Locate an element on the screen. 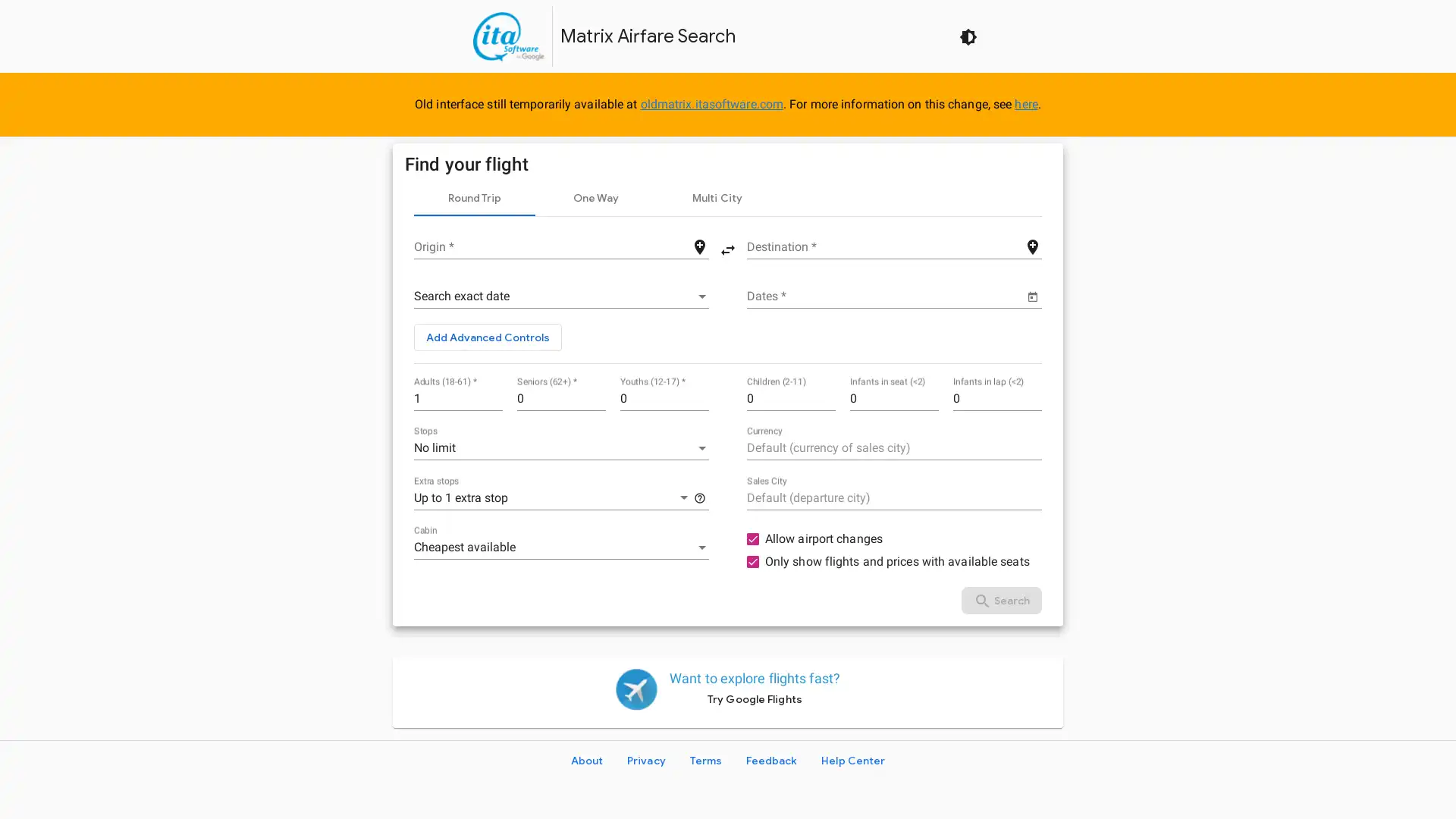 Image resolution: width=1456 pixels, height=819 pixels. add location is located at coordinates (1032, 245).